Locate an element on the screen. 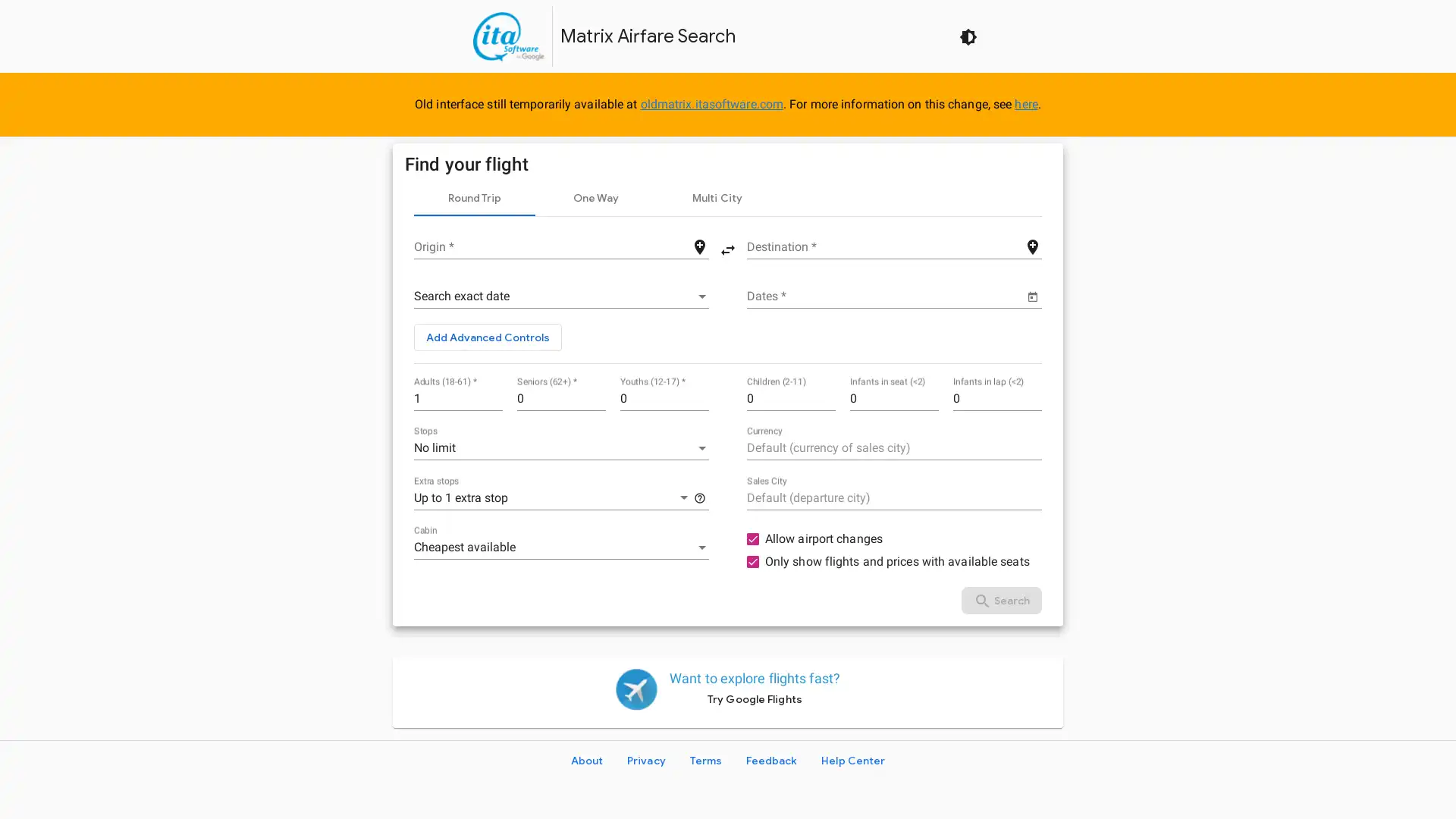 Image resolution: width=1456 pixels, height=819 pixels. add location is located at coordinates (1032, 245).